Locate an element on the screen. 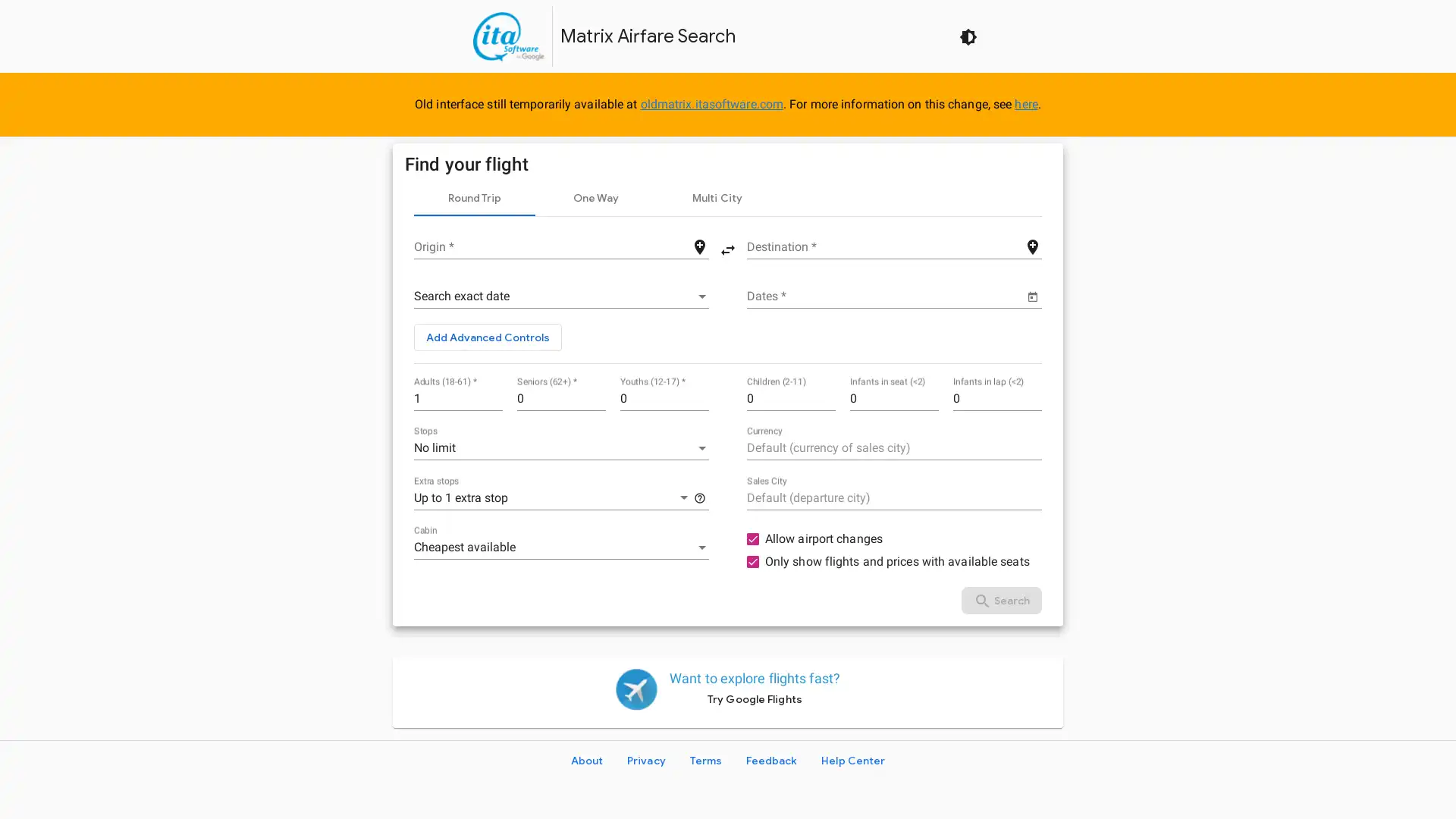 Image resolution: width=1456 pixels, height=819 pixels. add location is located at coordinates (1032, 245).